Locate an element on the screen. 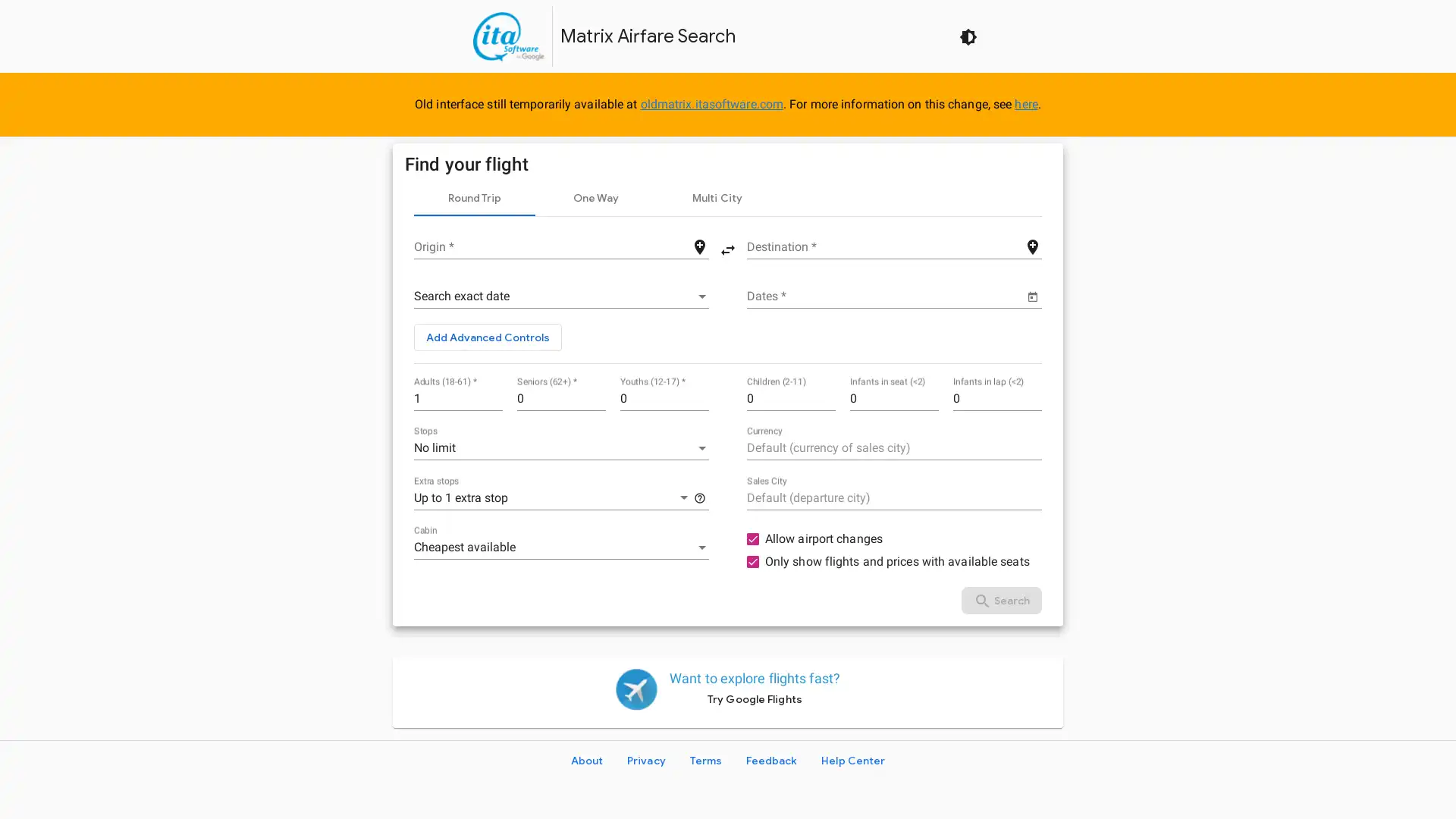 Image resolution: width=1456 pixels, height=819 pixels. add location is located at coordinates (1032, 245).